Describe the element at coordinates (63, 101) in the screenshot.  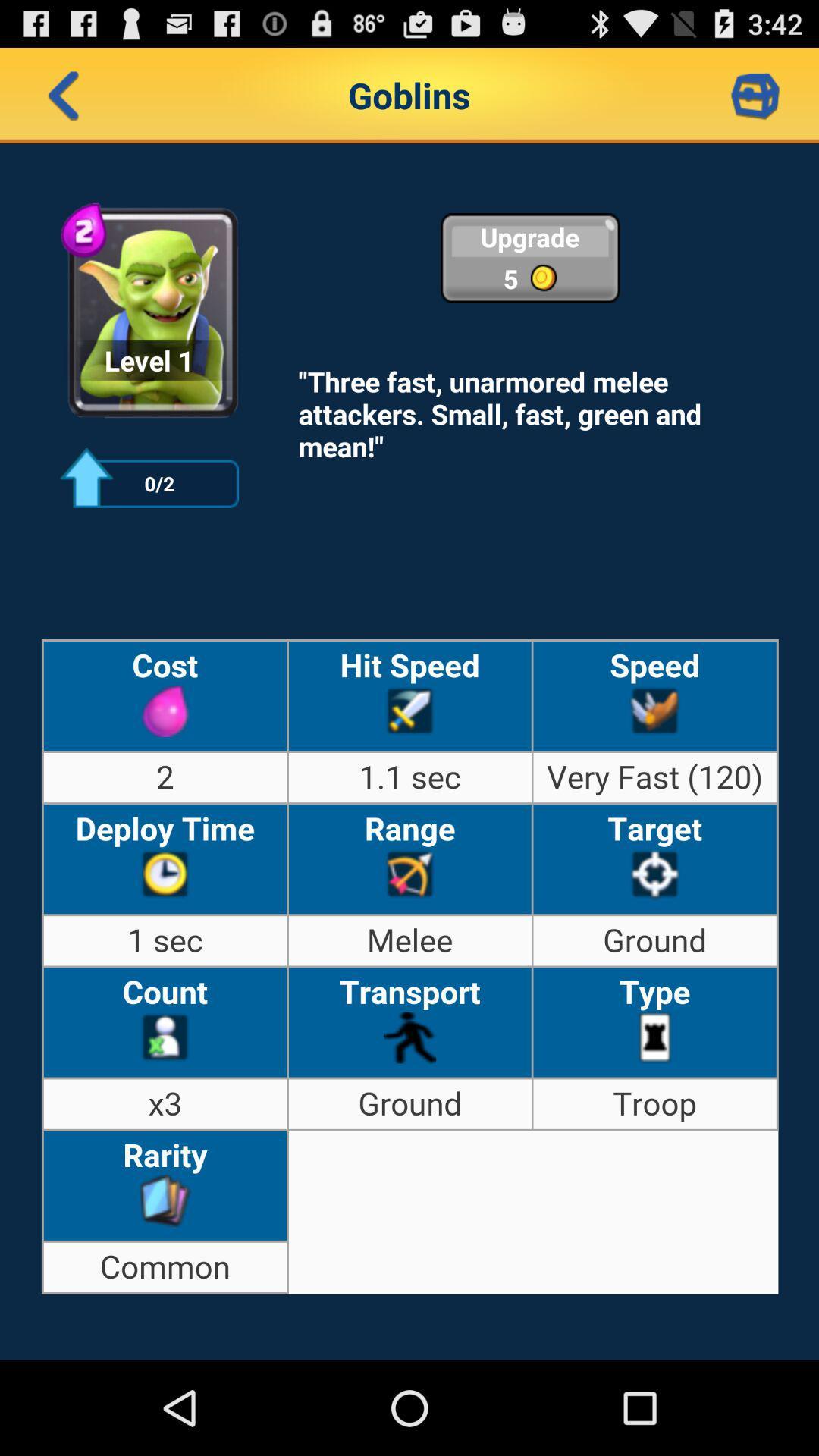
I see `the arrow_backward icon` at that location.